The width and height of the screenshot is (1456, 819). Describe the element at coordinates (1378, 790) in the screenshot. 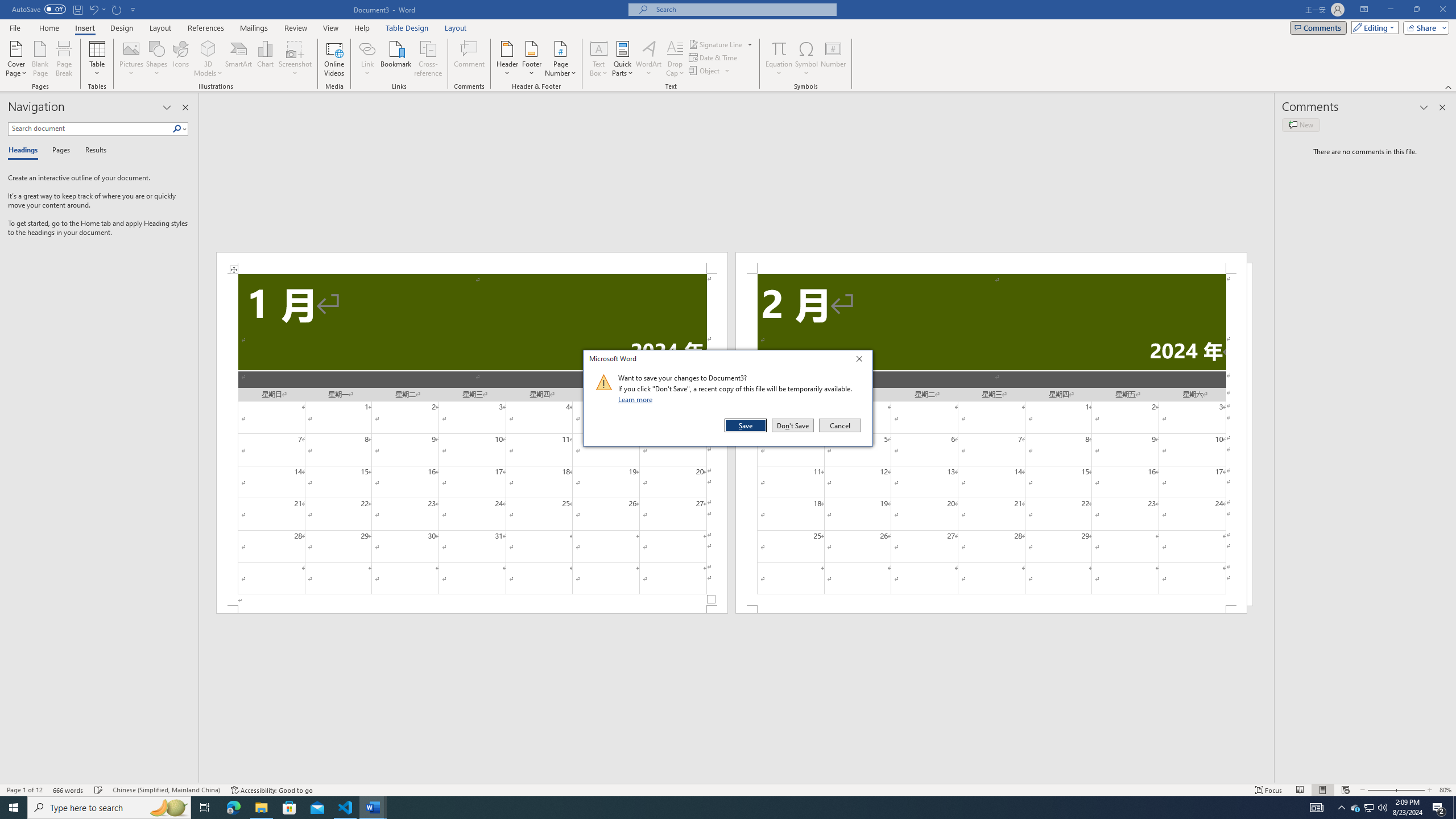

I see `'Zoom Out'` at that location.